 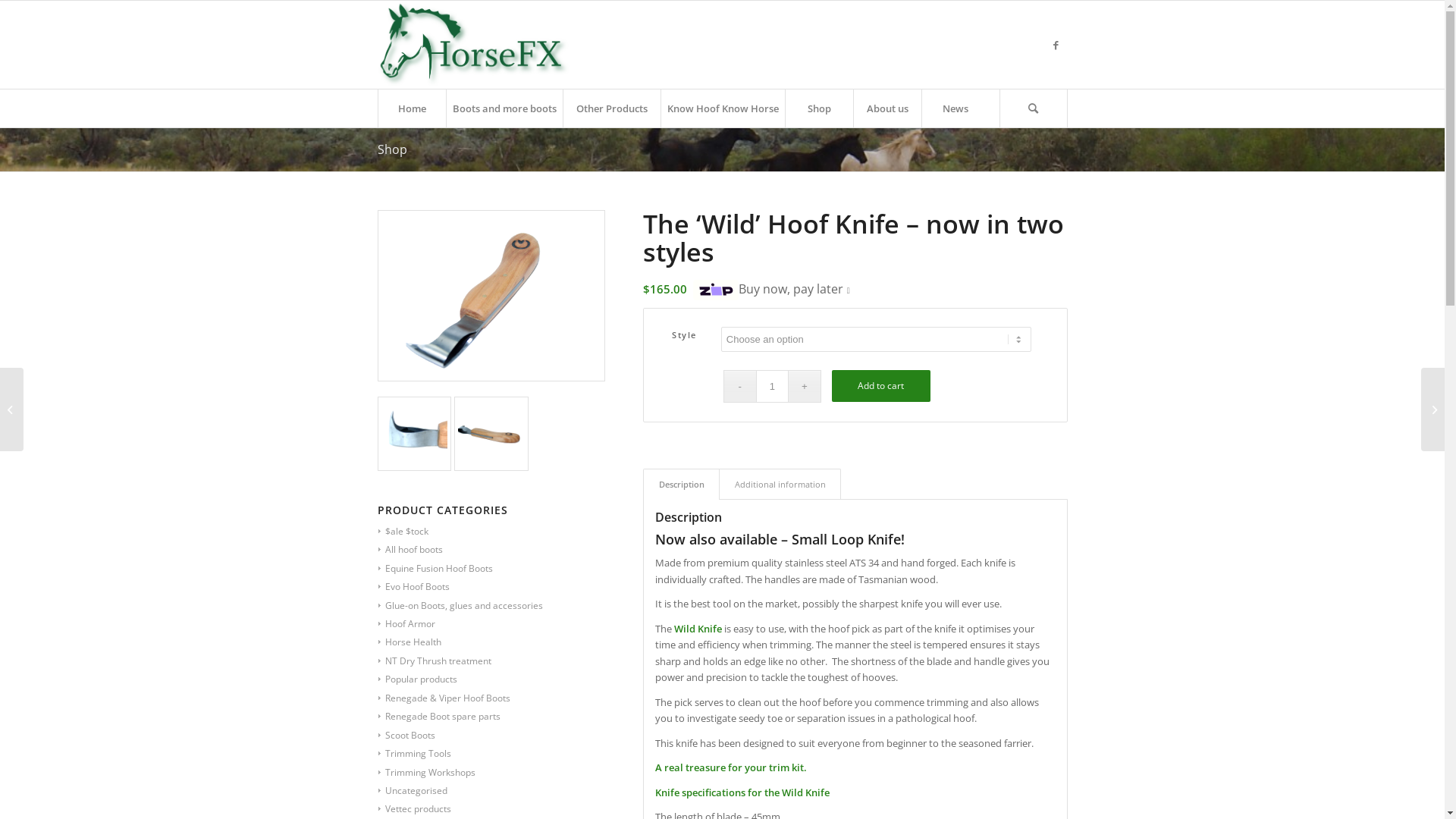 What do you see at coordinates (378, 568) in the screenshot?
I see `'Equine Fusion Hoof Boots'` at bounding box center [378, 568].